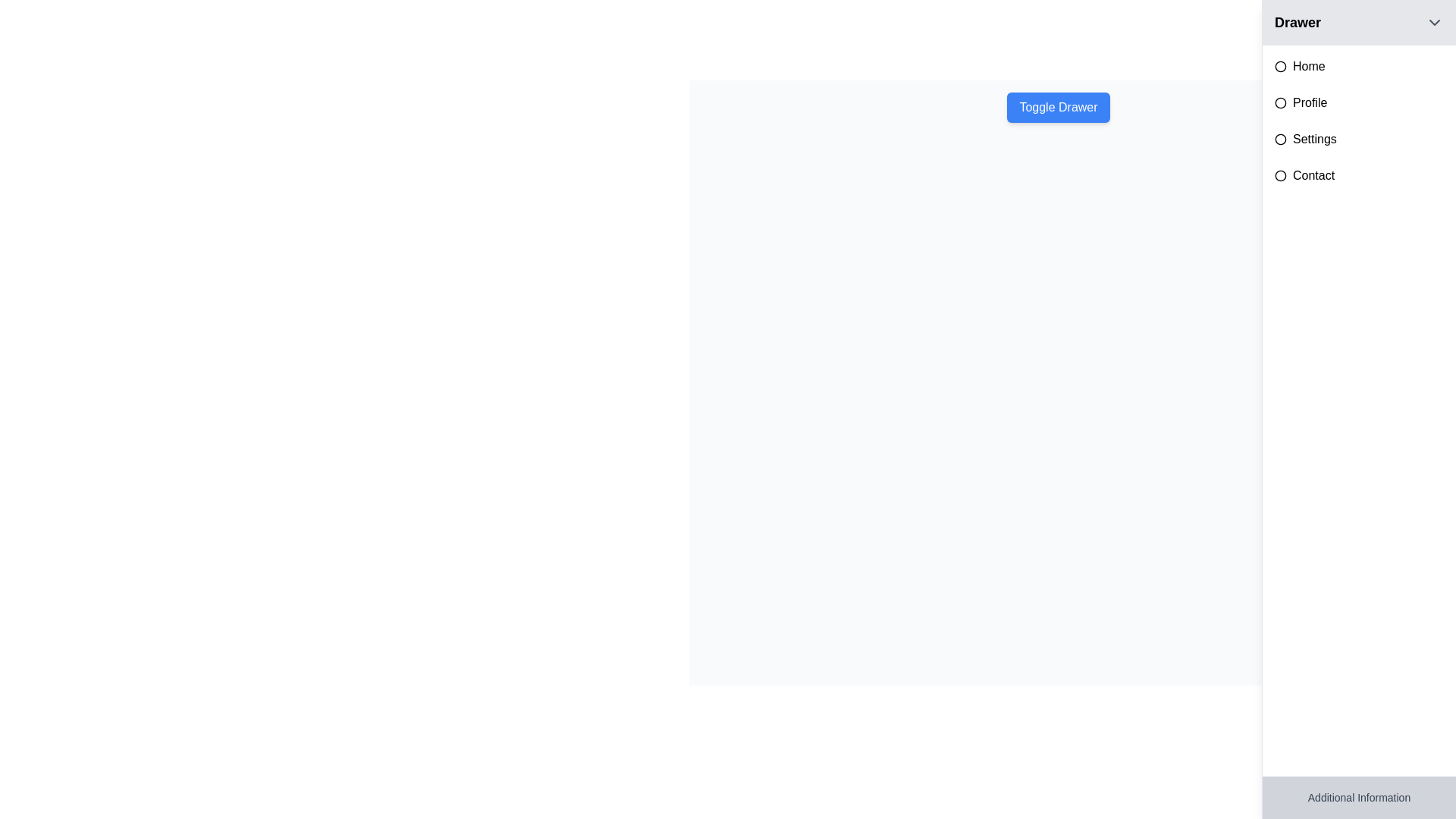 The height and width of the screenshot is (819, 1456). I want to click on the black circle icon representing 'Settings' in the vertical list of navigation options within the drawer, so click(1280, 140).